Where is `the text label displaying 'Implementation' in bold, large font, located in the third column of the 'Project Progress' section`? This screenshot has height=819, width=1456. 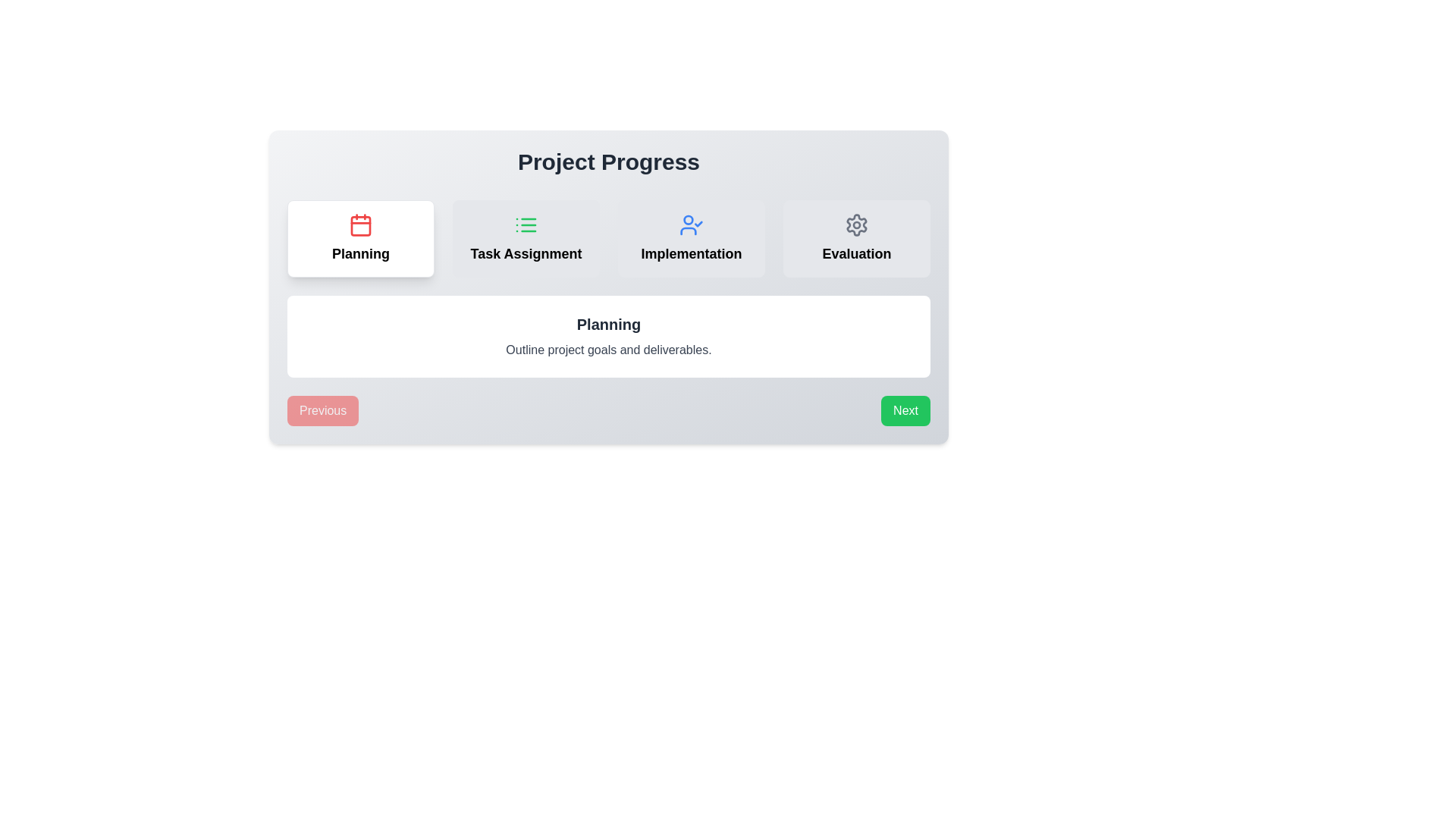 the text label displaying 'Implementation' in bold, large font, located in the third column of the 'Project Progress' section is located at coordinates (691, 253).